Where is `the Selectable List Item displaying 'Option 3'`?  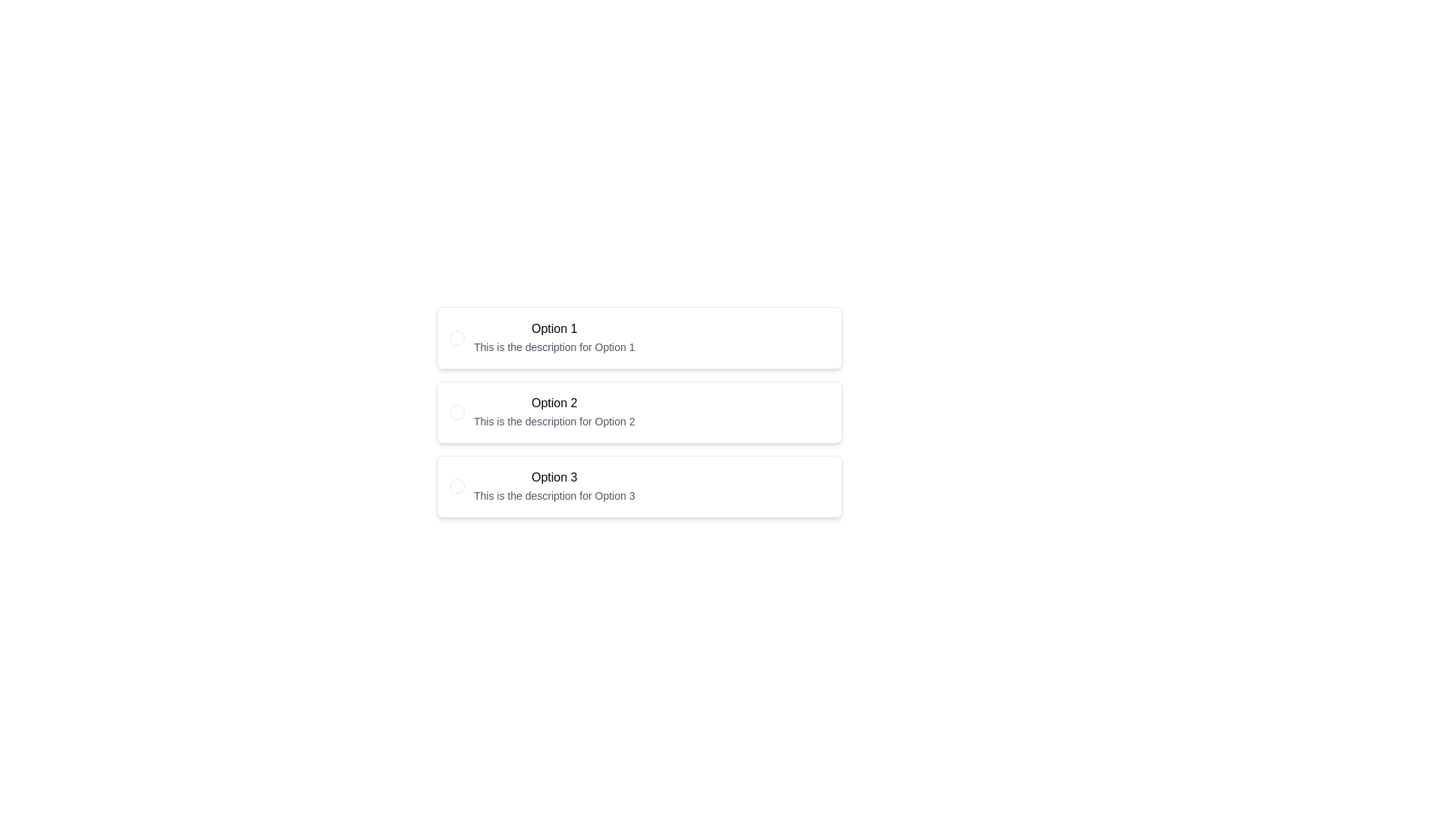 the Selectable List Item displaying 'Option 3' is located at coordinates (554, 486).